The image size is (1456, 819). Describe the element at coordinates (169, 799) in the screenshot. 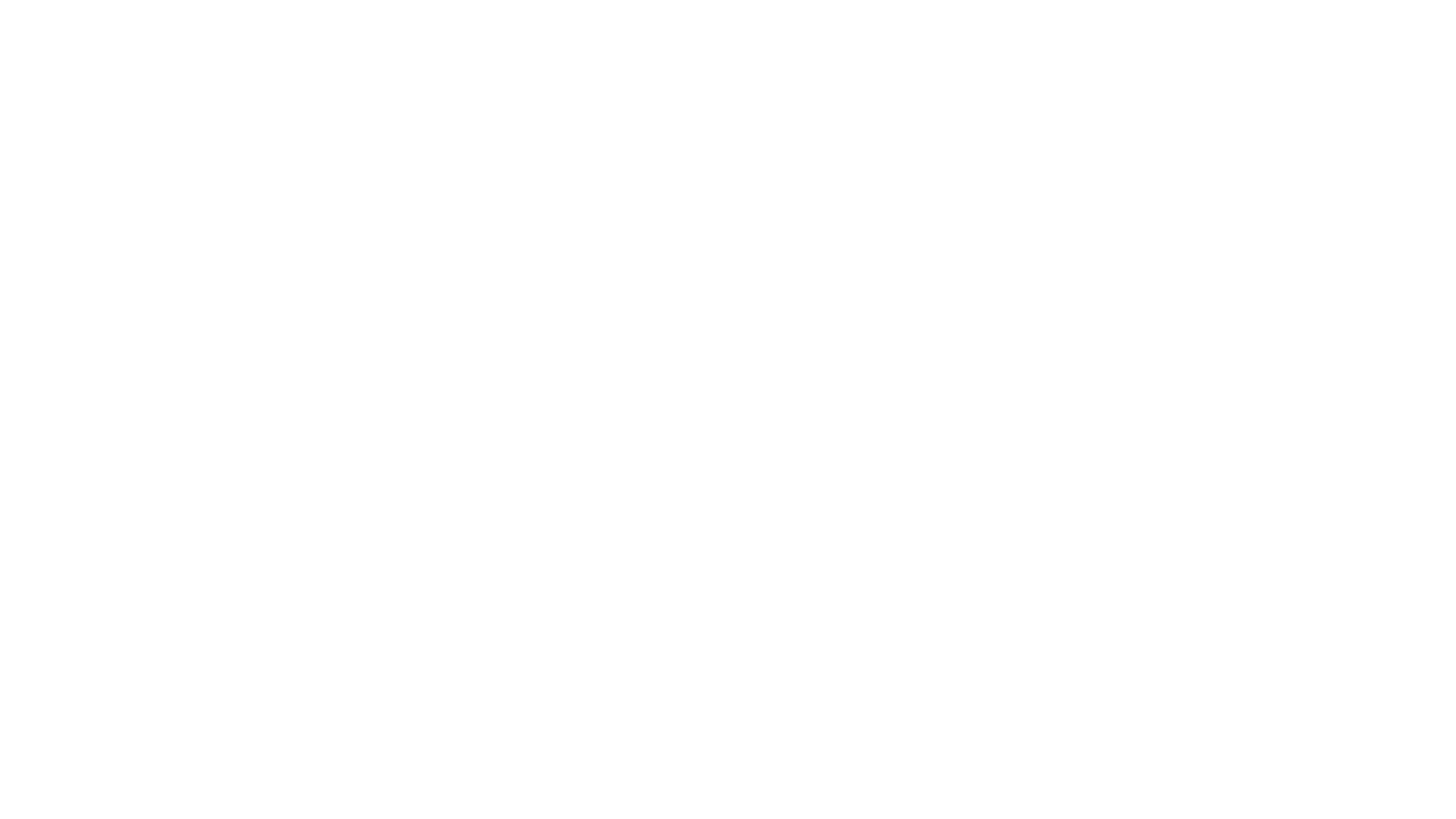

I see `Expand Medicine and Health Sciences` at that location.